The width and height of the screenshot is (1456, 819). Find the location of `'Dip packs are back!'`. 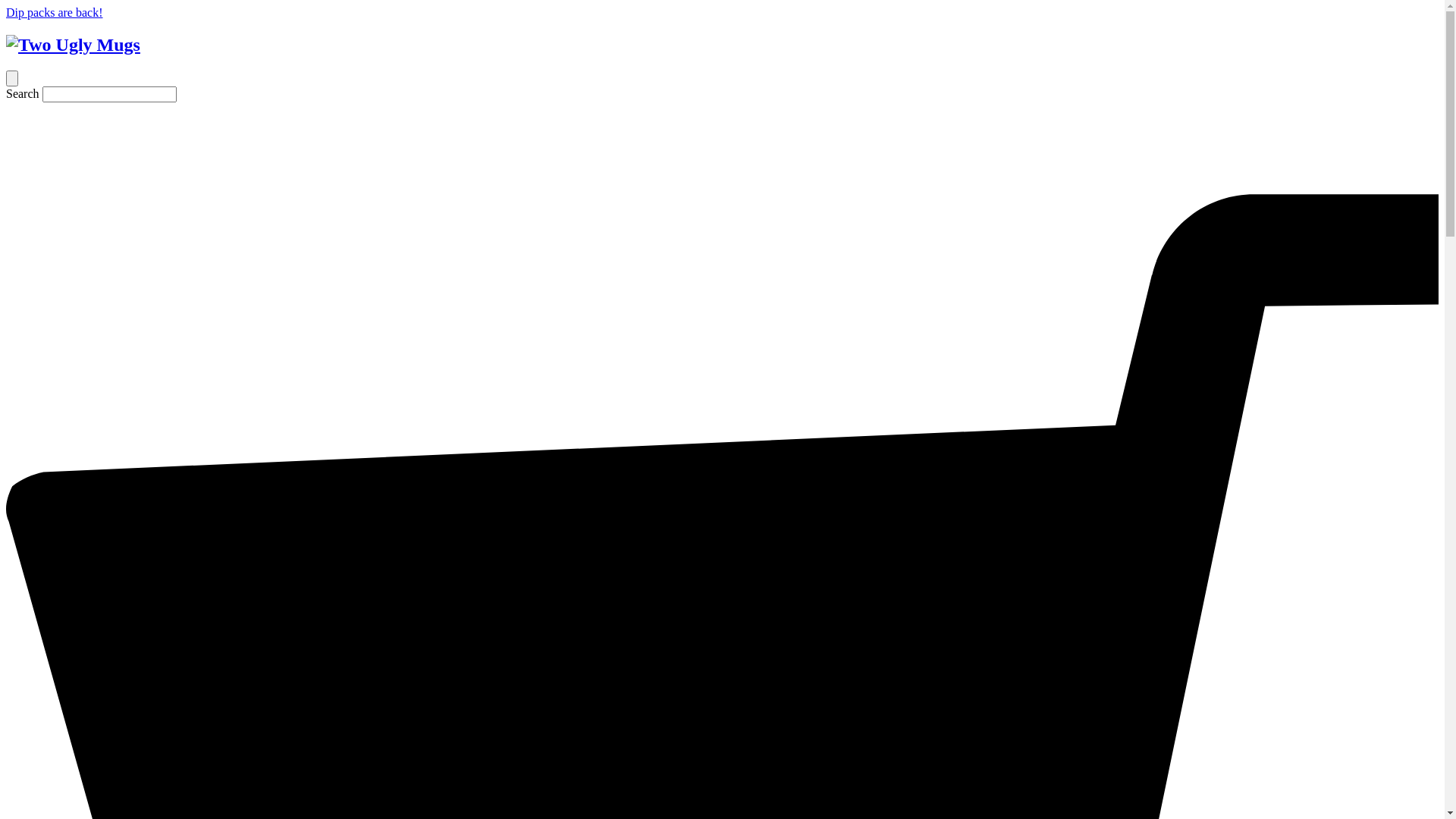

'Dip packs are back!' is located at coordinates (55, 12).